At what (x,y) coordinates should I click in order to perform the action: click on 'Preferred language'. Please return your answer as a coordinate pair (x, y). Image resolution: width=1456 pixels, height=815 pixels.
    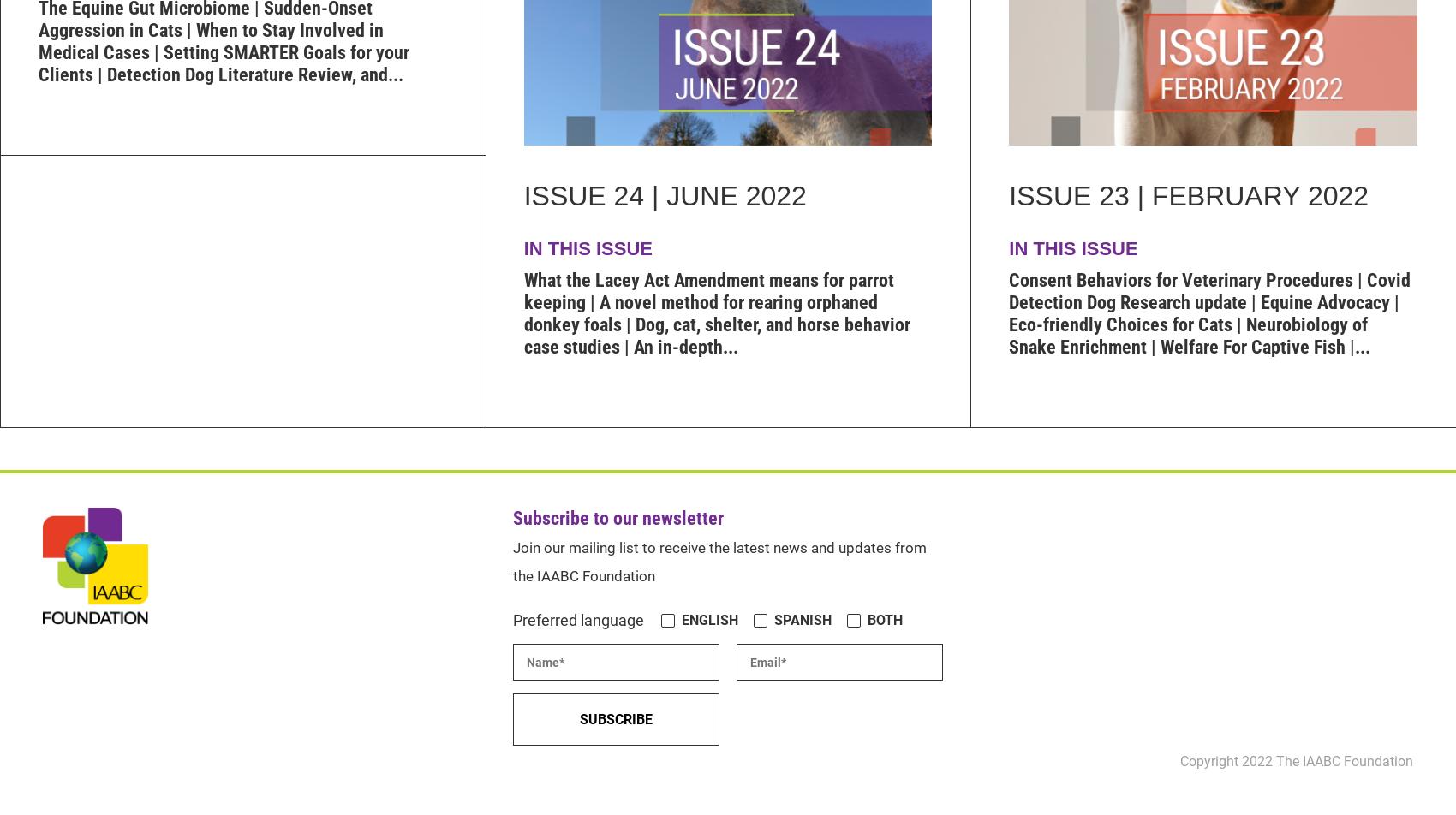
    Looking at the image, I should click on (578, 619).